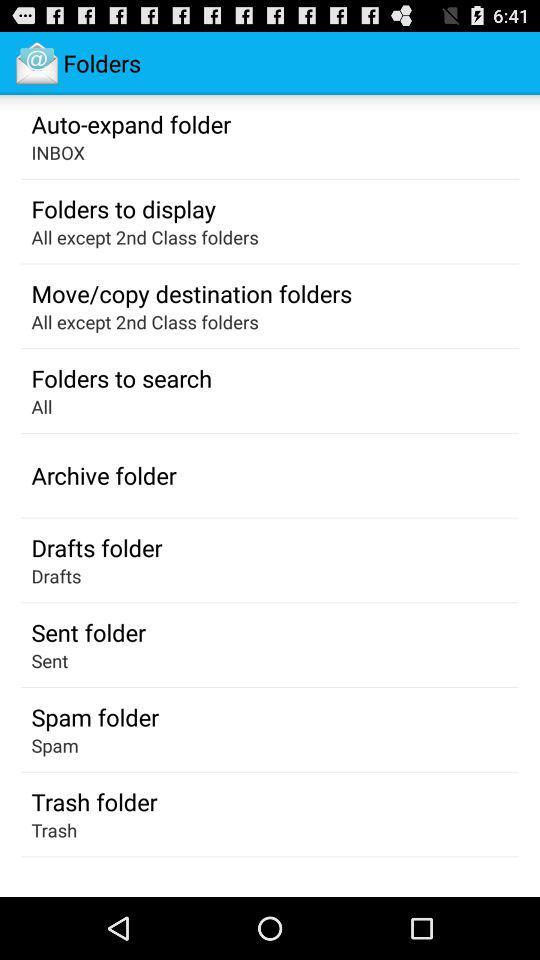  I want to click on the item above inbox icon, so click(131, 122).